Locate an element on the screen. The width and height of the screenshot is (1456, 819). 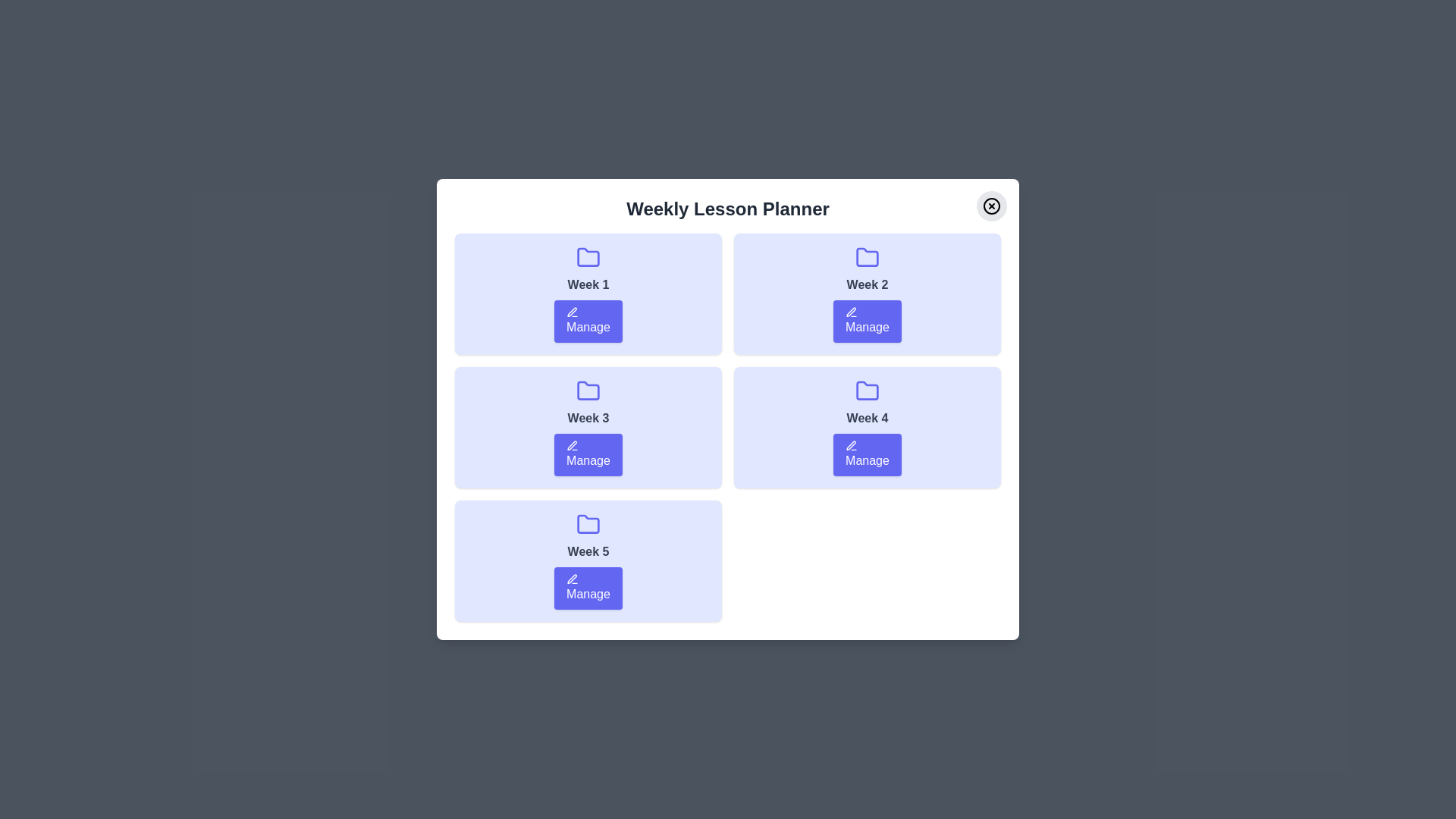
the 'Manage' button for Week 3 is located at coordinates (588, 454).